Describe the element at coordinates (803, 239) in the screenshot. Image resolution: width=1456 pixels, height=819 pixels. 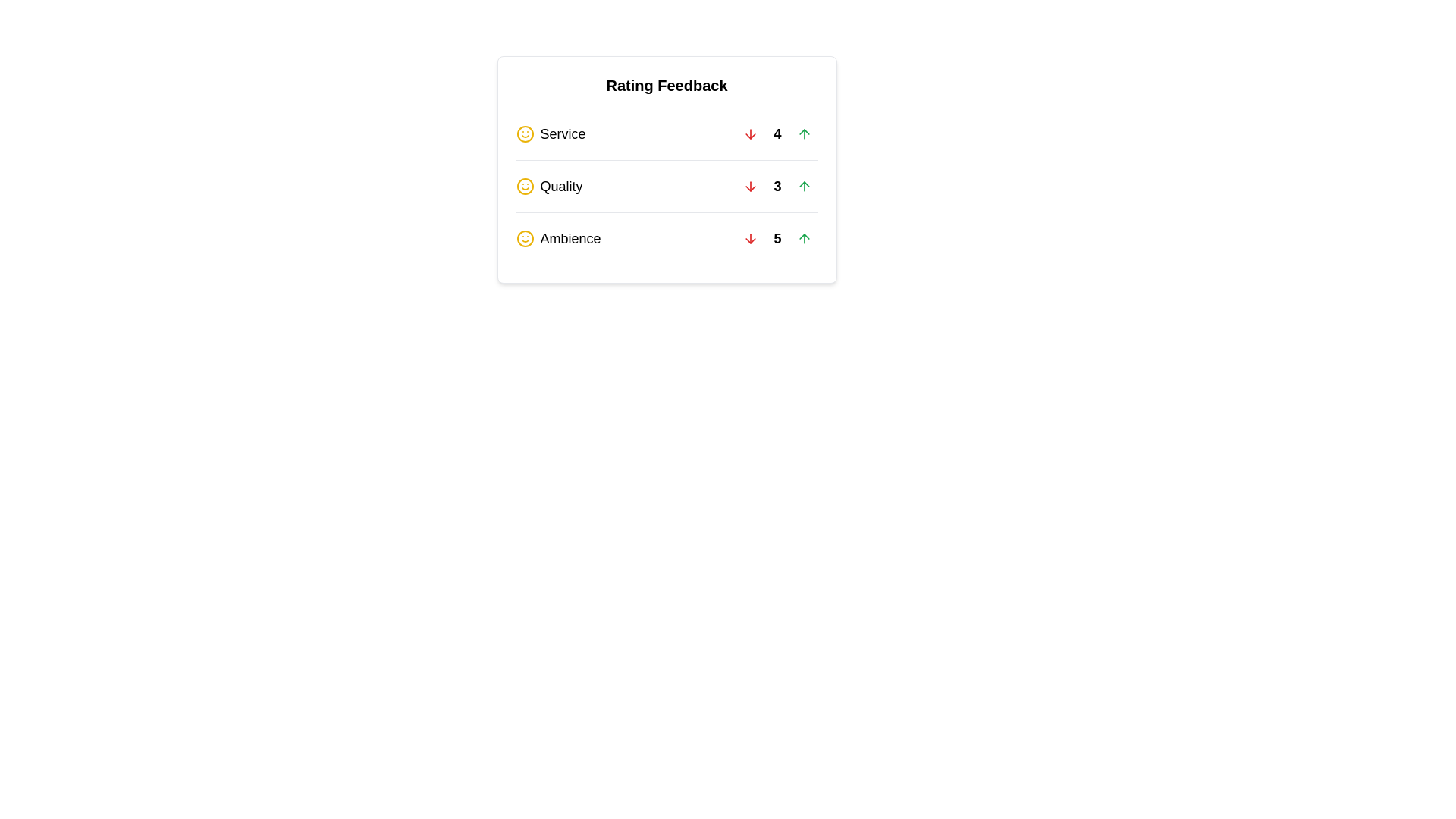
I see `the green arrow button located to the right of the number '5' near the text 'Ambience' to interact with it` at that location.